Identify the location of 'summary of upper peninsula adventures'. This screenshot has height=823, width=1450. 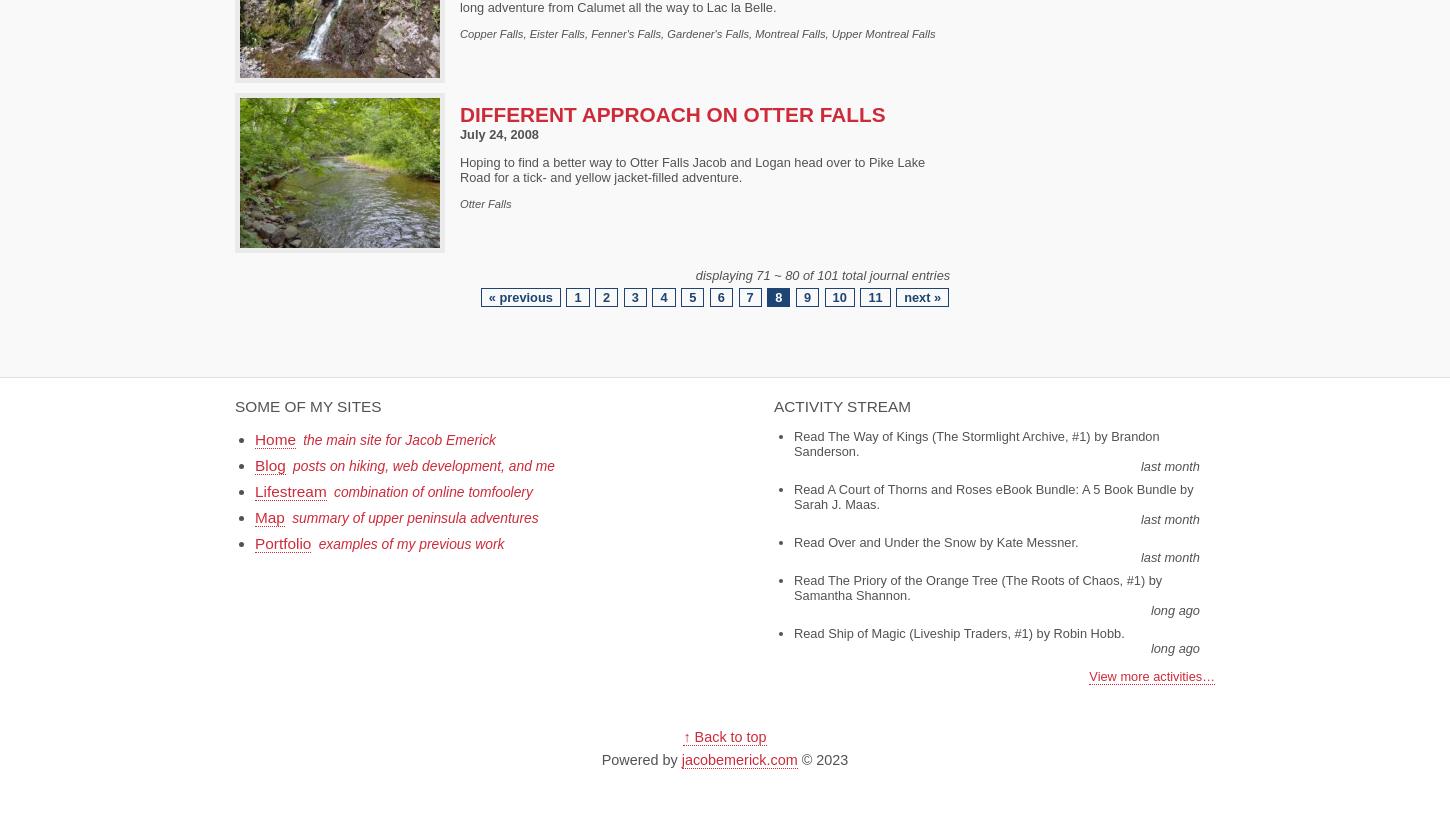
(413, 517).